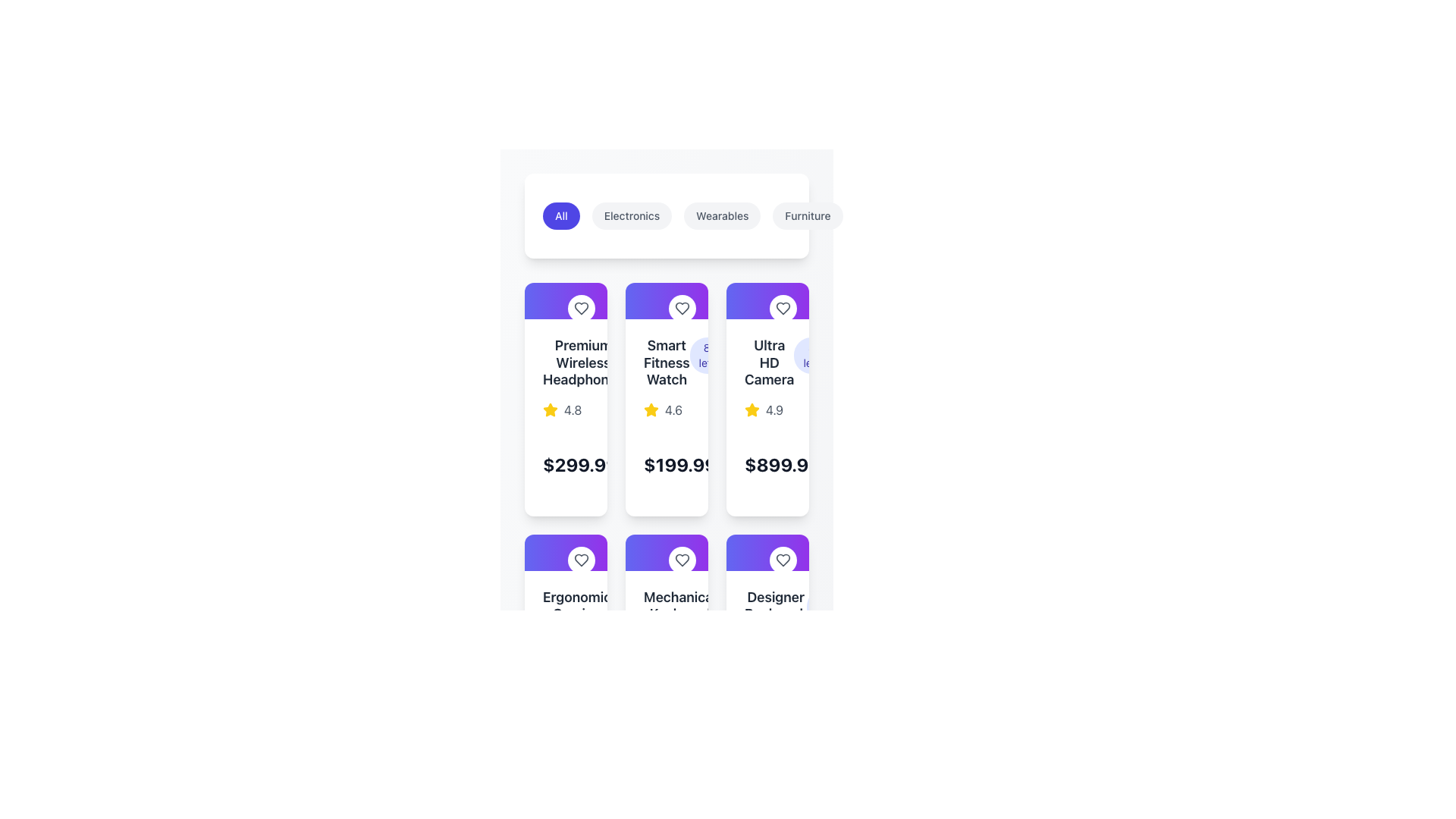 This screenshot has height=819, width=1456. What do you see at coordinates (651, 409) in the screenshot?
I see `the yellow star-shaped icon to rate it, which is located to the left of the rating text '4.6'` at bounding box center [651, 409].